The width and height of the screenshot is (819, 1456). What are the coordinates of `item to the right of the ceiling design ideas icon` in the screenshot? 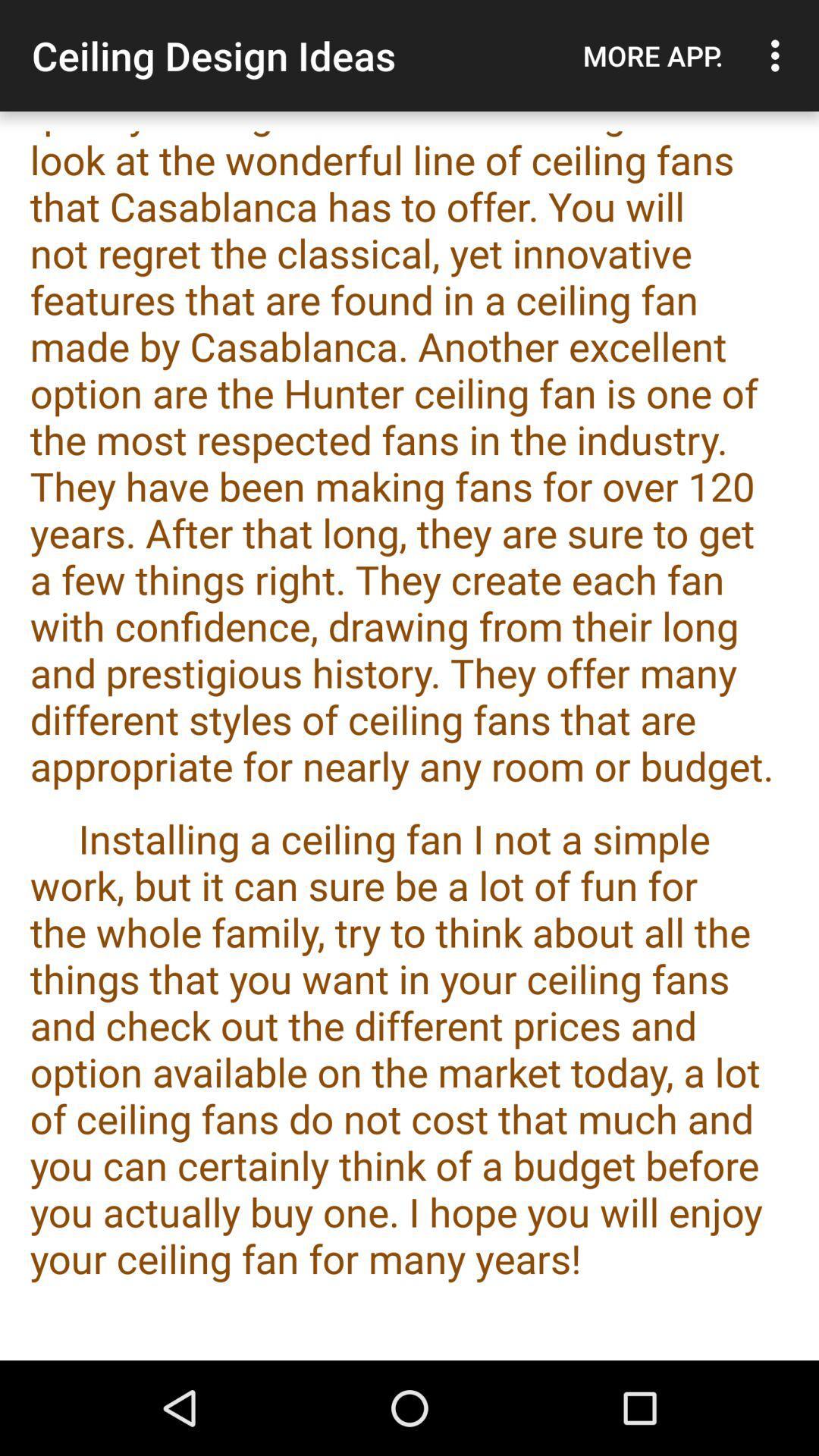 It's located at (652, 55).